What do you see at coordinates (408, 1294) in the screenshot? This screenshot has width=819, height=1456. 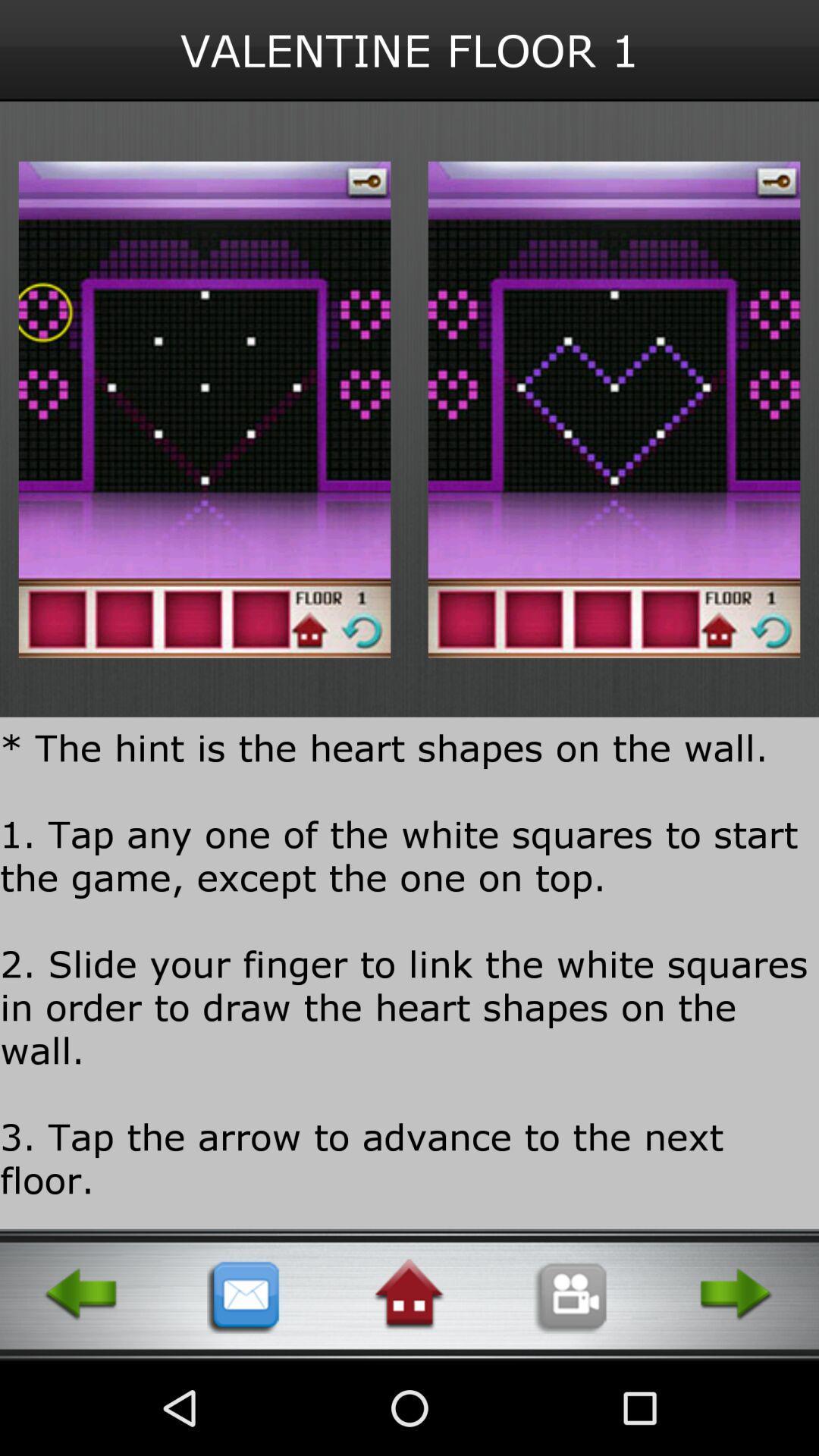 I see `home` at bounding box center [408, 1294].